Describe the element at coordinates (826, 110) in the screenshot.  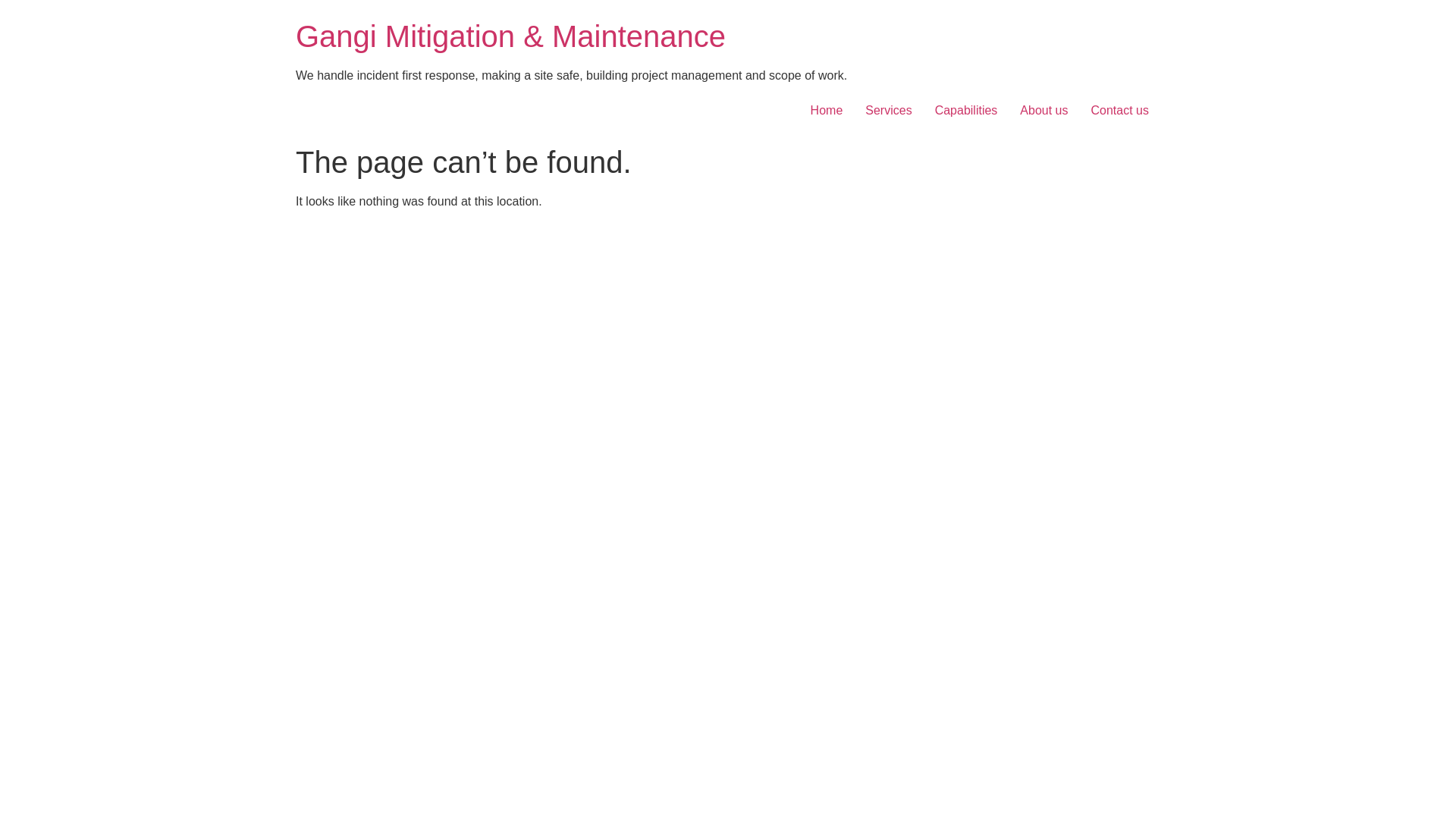
I see `'Home'` at that location.